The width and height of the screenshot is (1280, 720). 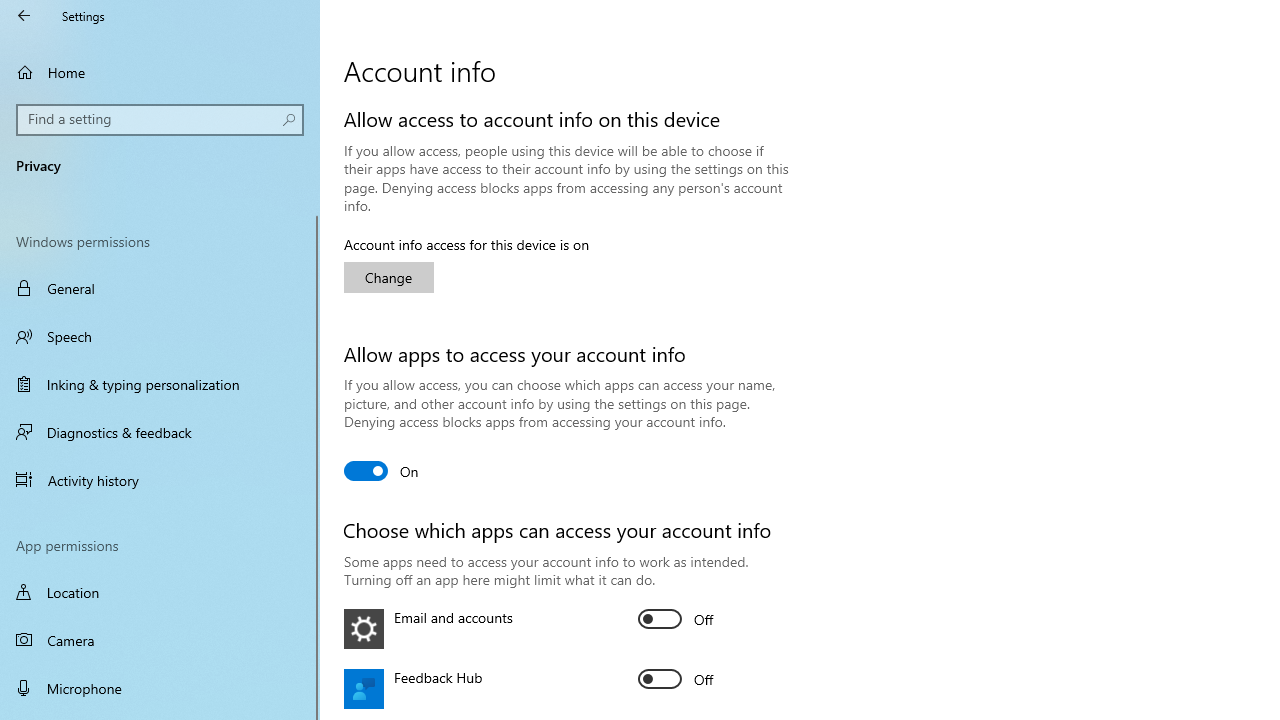 What do you see at coordinates (160, 640) in the screenshot?
I see `'Camera'` at bounding box center [160, 640].